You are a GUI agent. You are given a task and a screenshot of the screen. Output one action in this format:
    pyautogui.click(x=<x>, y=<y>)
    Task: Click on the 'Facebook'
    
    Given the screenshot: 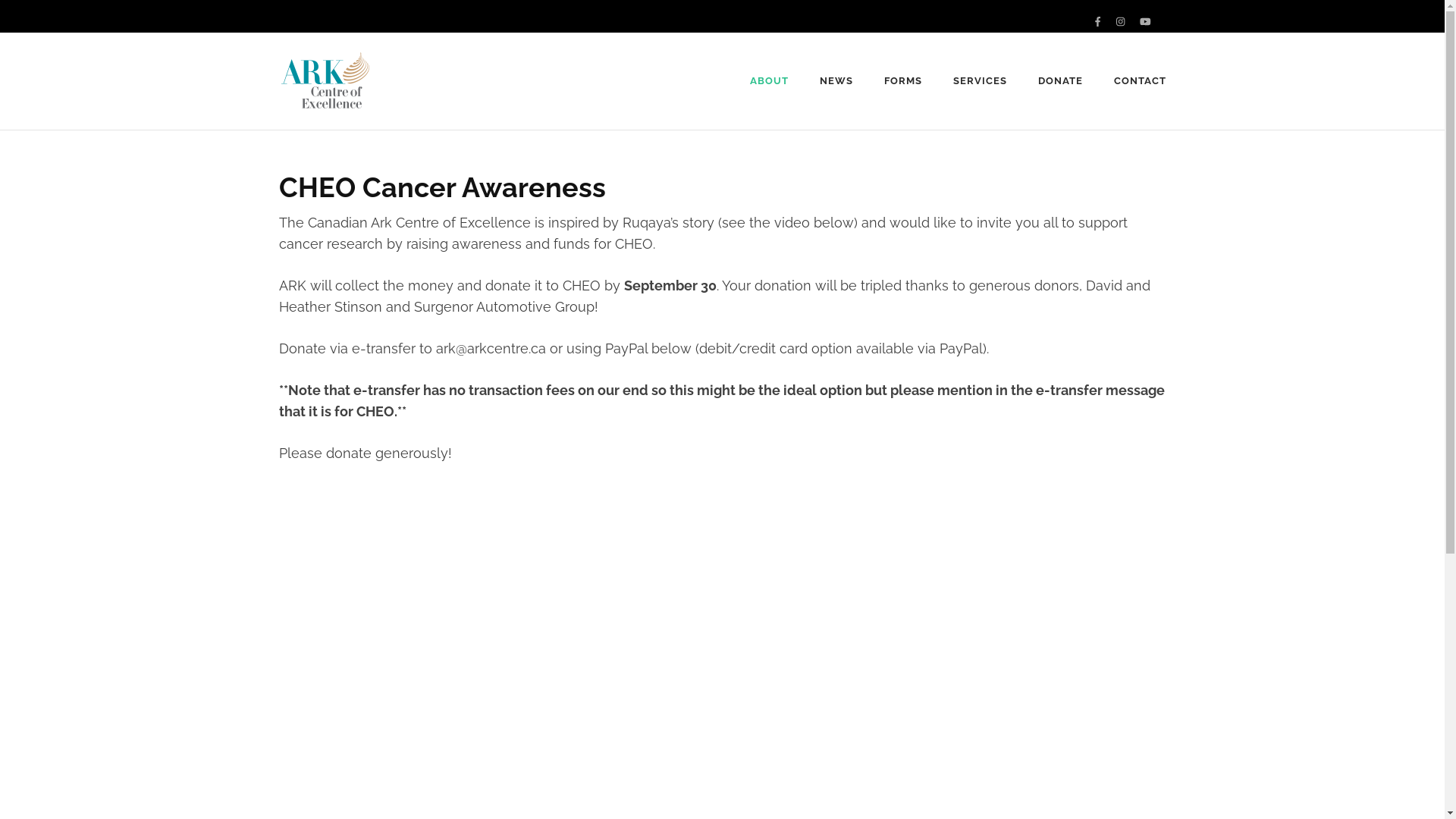 What is the action you would take?
    pyautogui.click(x=1095, y=21)
    